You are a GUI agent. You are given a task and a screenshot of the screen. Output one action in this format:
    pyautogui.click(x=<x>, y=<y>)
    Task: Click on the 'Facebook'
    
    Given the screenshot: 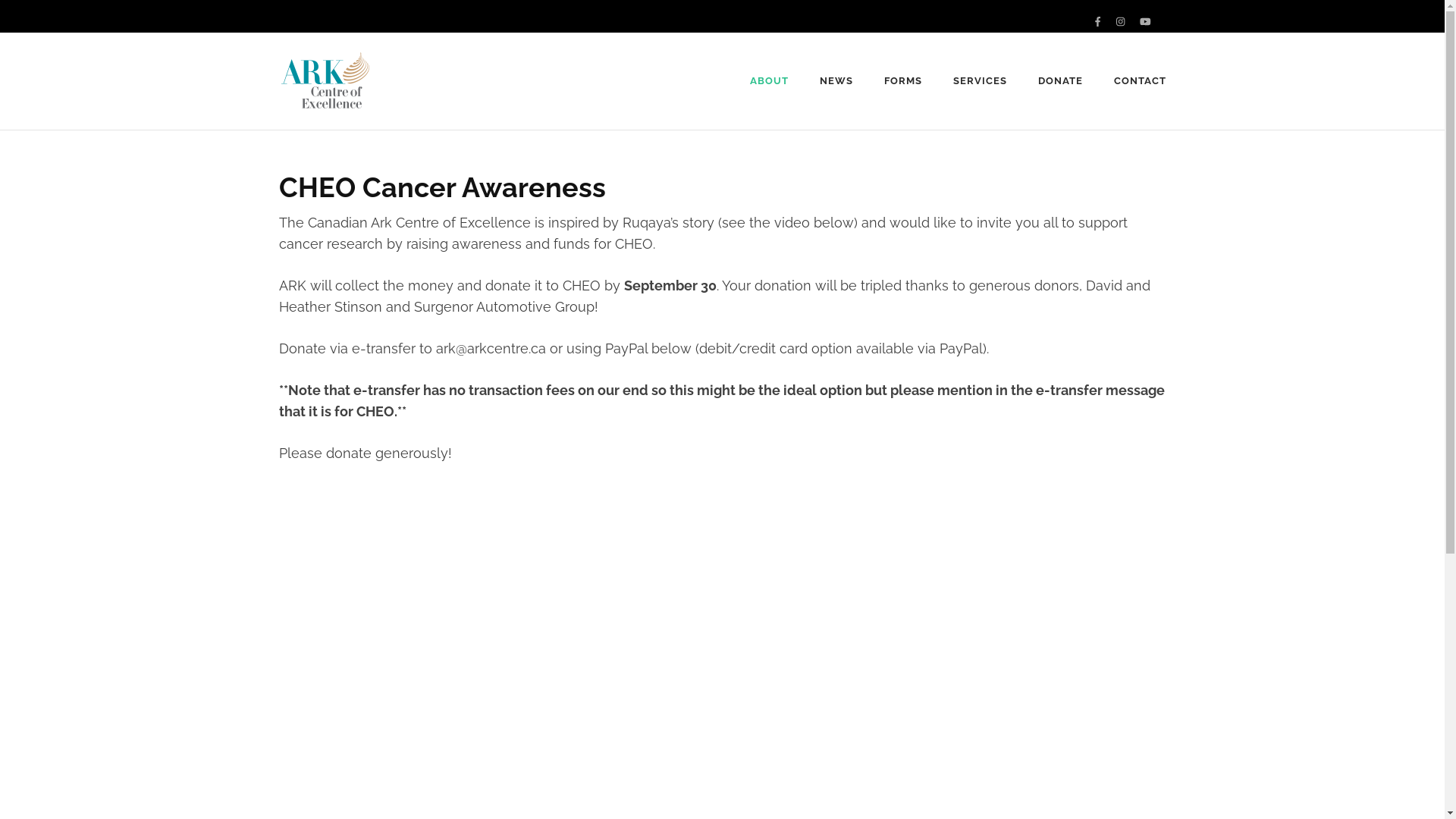 What is the action you would take?
    pyautogui.click(x=1095, y=21)
    